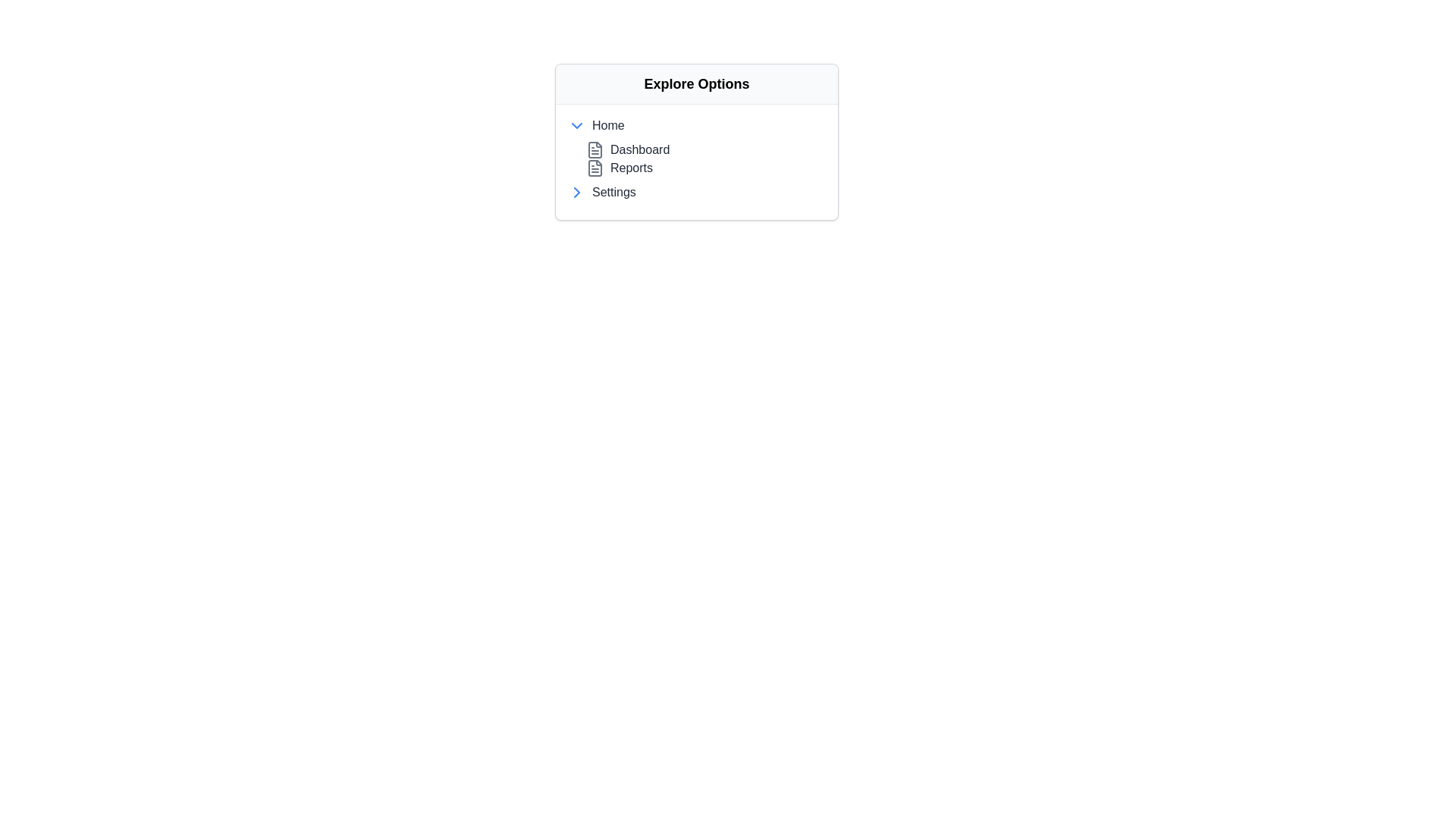  Describe the element at coordinates (695, 192) in the screenshot. I see `the fourth item in the 'Explore Options' navigation list` at that location.